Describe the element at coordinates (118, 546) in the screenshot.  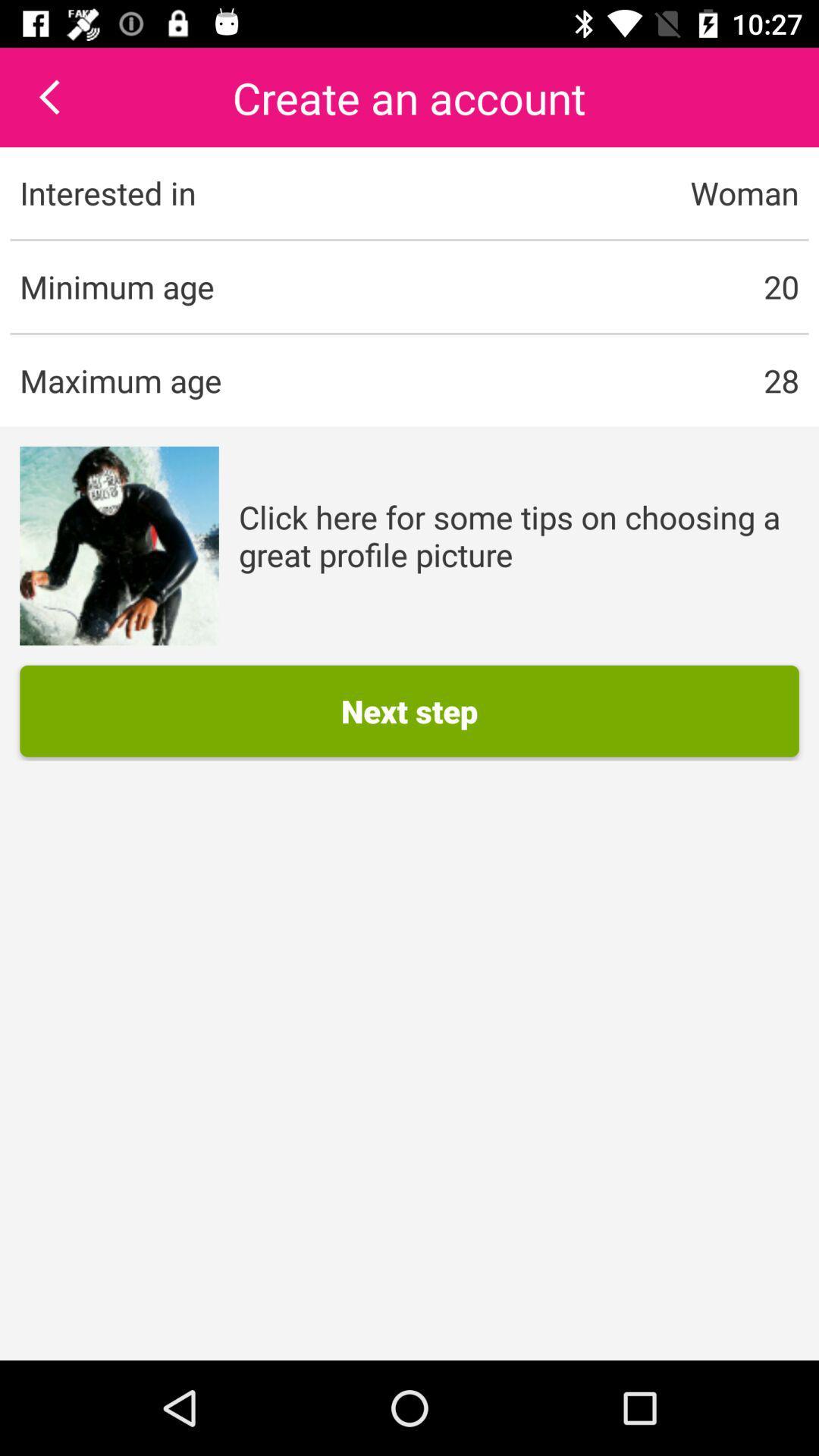
I see `icon on the left` at that location.